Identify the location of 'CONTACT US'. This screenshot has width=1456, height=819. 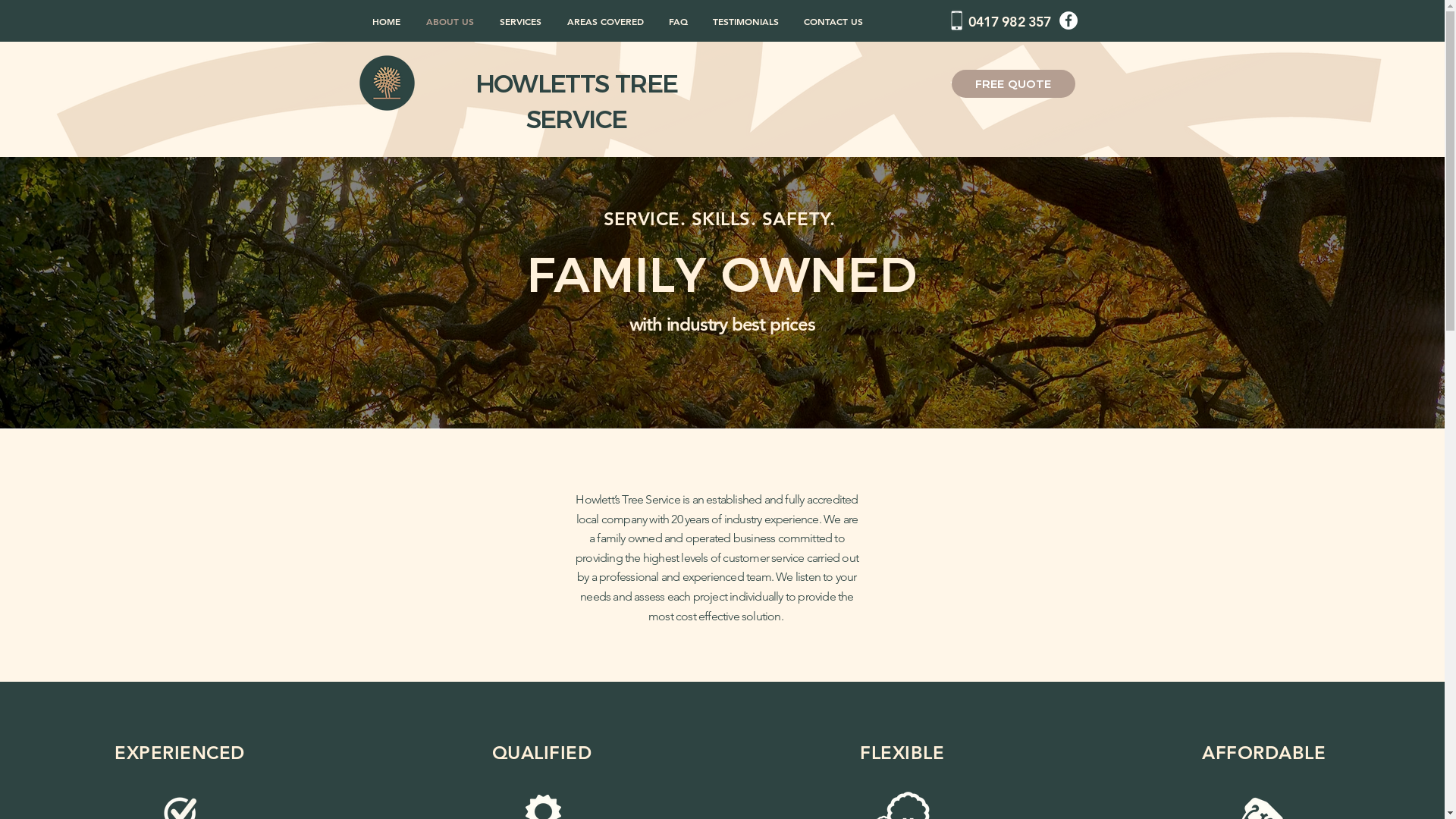
(833, 21).